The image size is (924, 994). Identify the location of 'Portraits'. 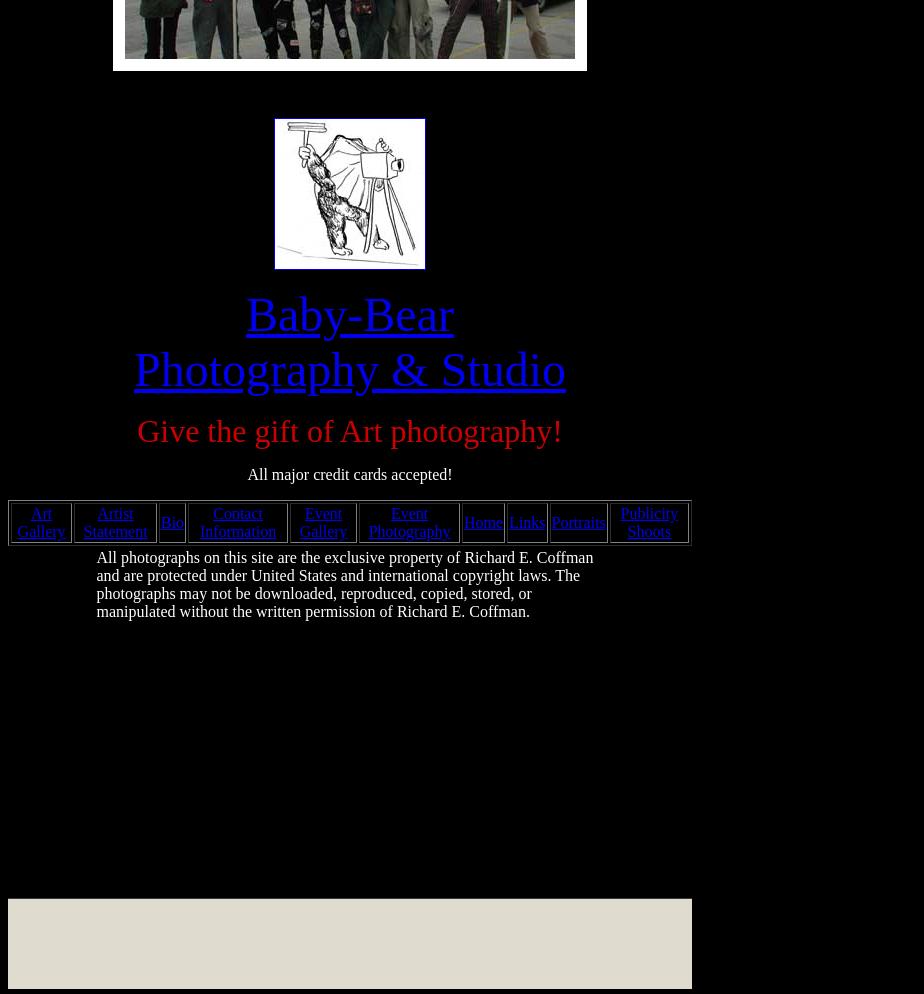
(577, 522).